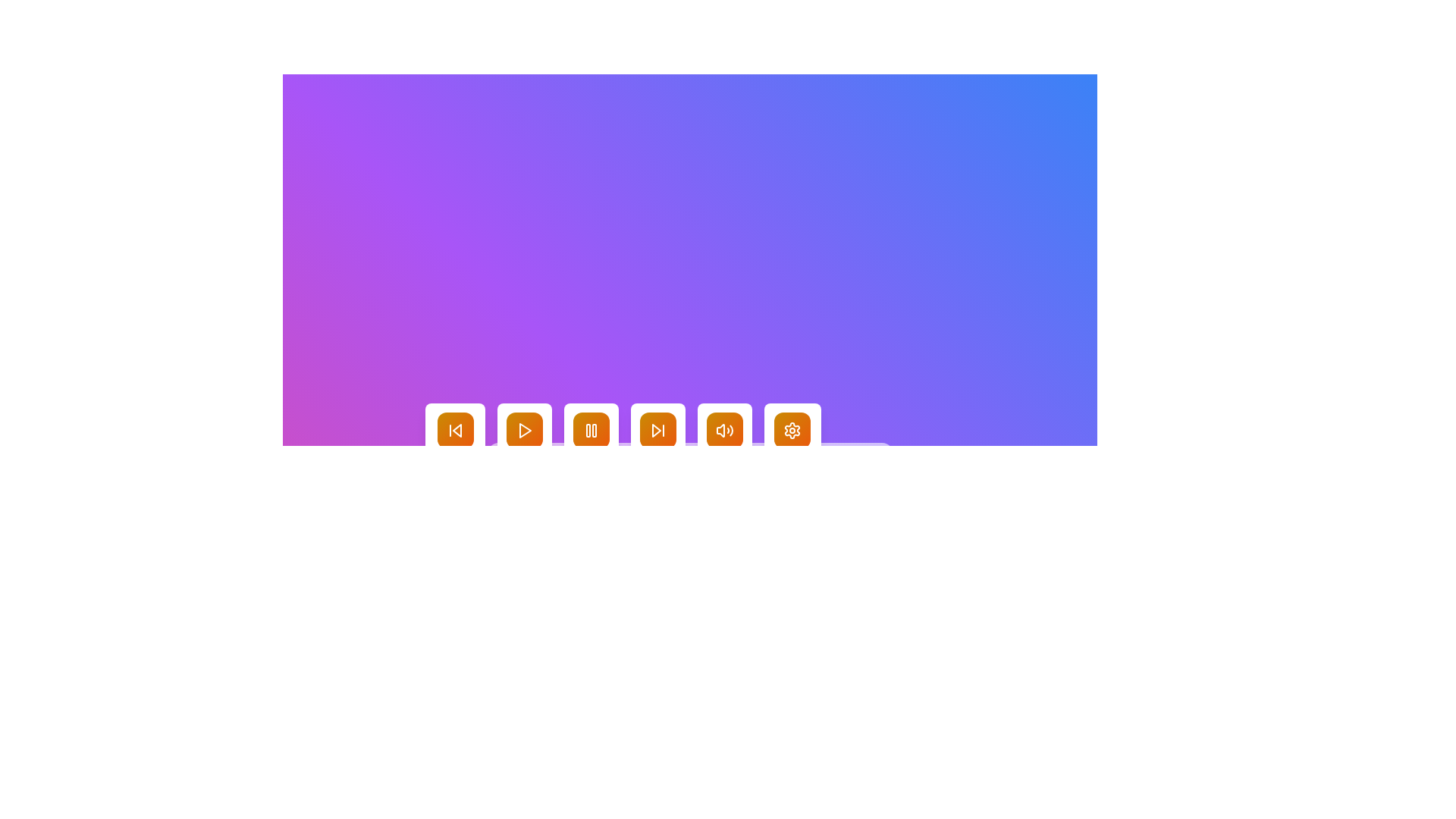 Image resolution: width=1456 pixels, height=819 pixels. I want to click on the square 'Play' button with rounded edges that has a gradient fill from yellow to orange and a white 'play' icon in the center, so click(524, 441).